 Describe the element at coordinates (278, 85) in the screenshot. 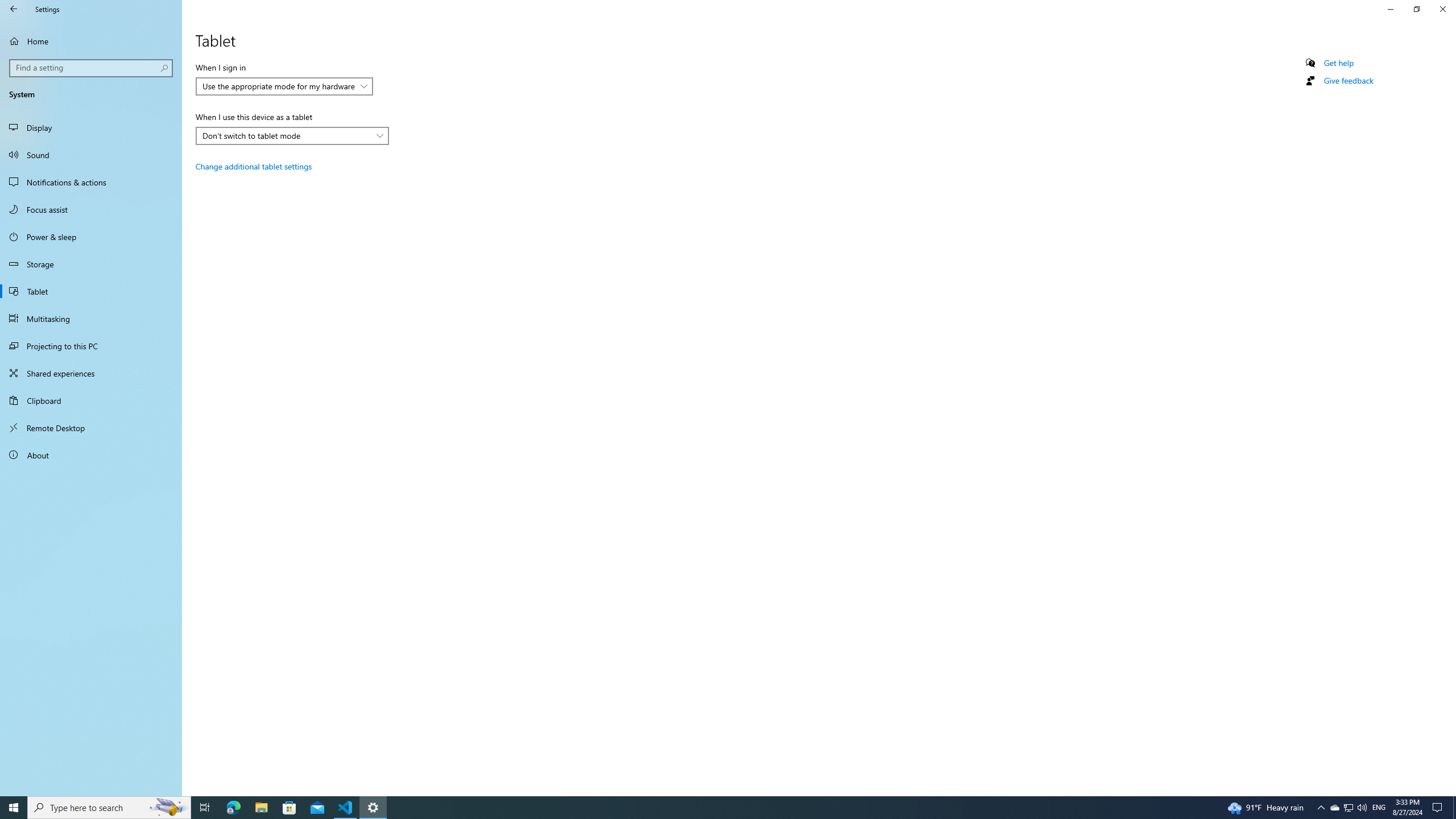

I see `'Use the appropriate mode for my hardware'` at that location.